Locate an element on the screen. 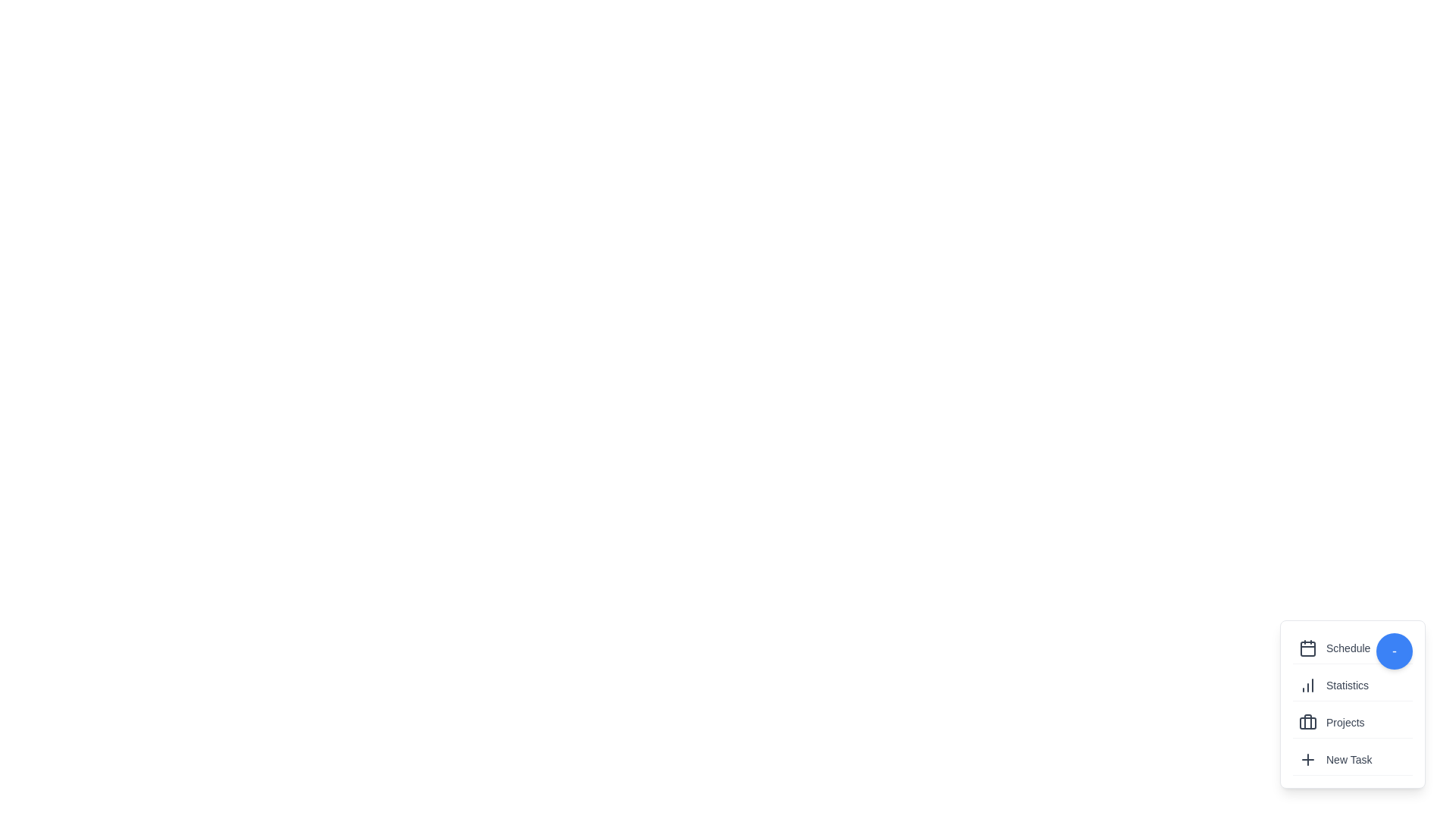 This screenshot has height=819, width=1456. the text label displaying 'Projects', which is part of a vertically arranged menu and positioned between 'Statistics' and 'New Task' is located at coordinates (1345, 721).